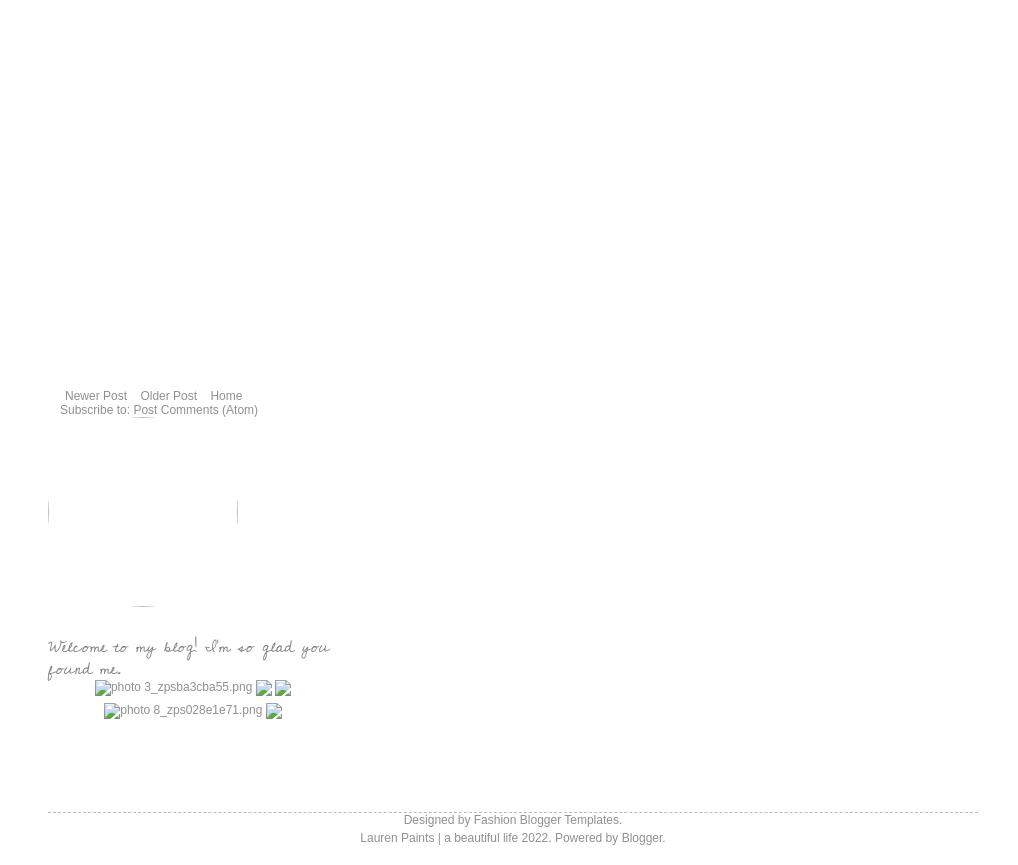 The image size is (1018, 865). I want to click on 'Home', so click(224, 395).